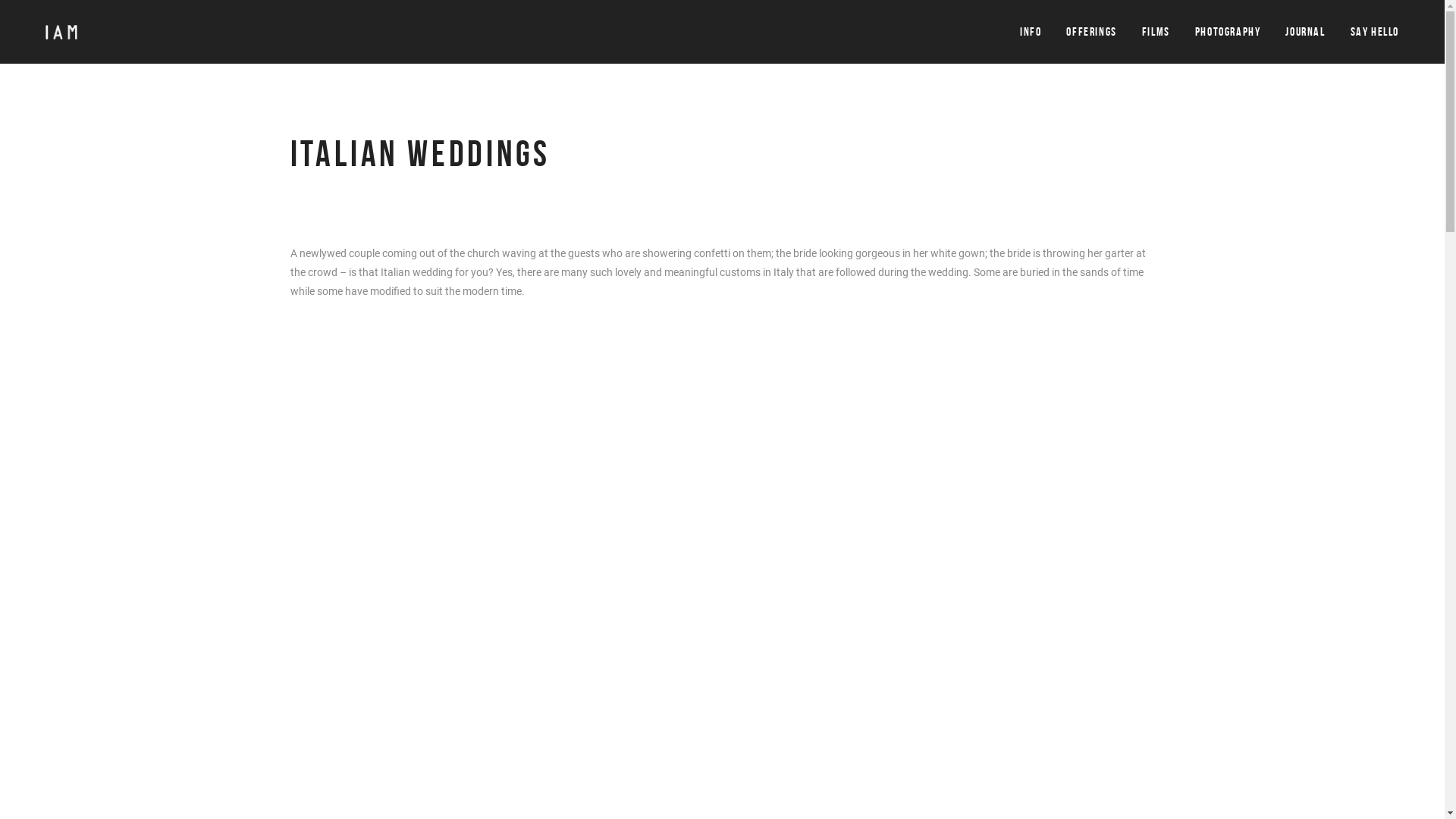  I want to click on 'OFFERINGS', so click(1090, 32).